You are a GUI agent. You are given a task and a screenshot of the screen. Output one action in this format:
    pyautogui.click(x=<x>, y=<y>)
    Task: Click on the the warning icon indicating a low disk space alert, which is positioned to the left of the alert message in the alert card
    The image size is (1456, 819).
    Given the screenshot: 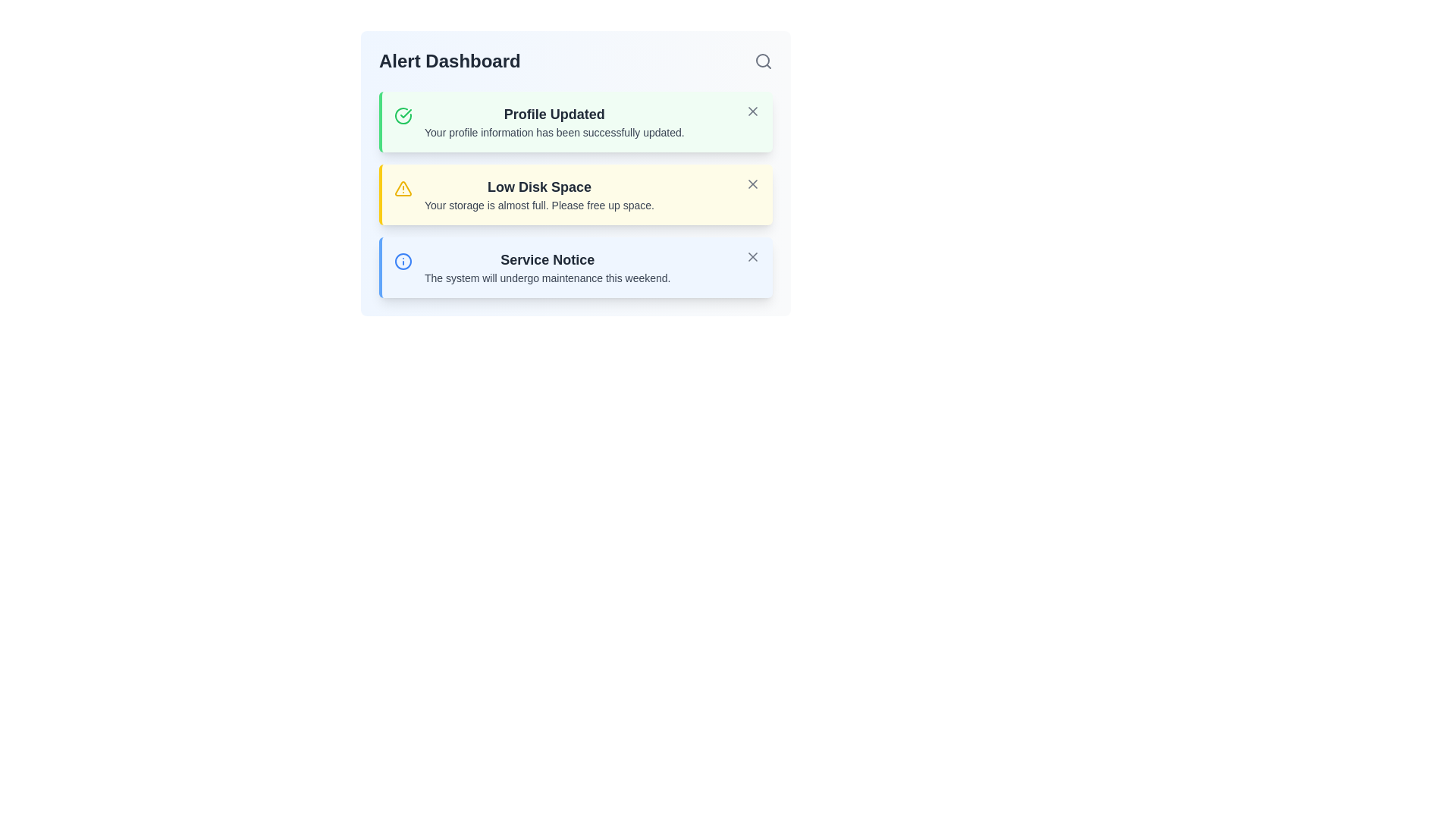 What is the action you would take?
    pyautogui.click(x=403, y=188)
    